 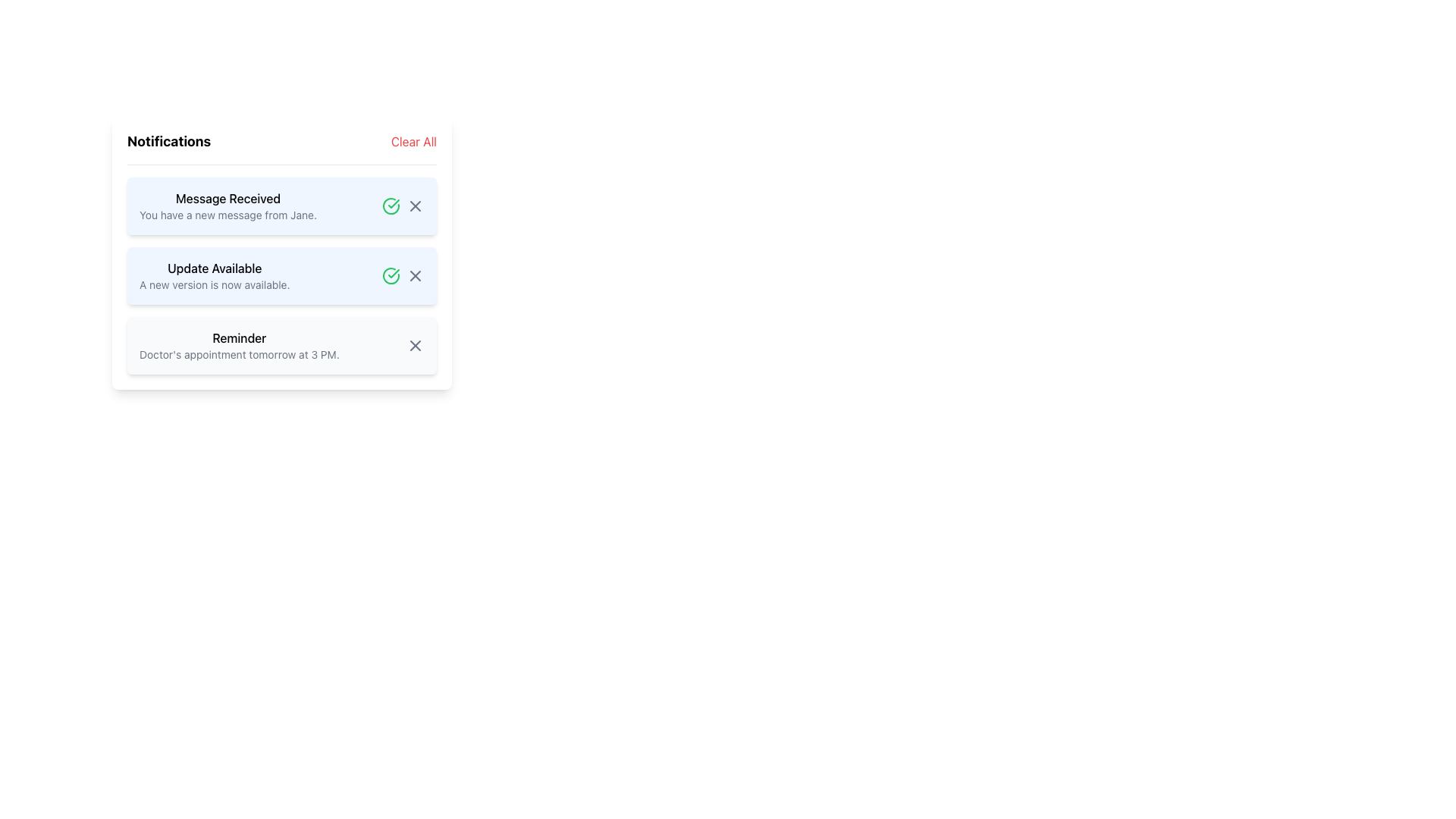 What do you see at coordinates (415, 275) in the screenshot?
I see `the close button in the upper-right corner of the 'Update Available' notification card` at bounding box center [415, 275].